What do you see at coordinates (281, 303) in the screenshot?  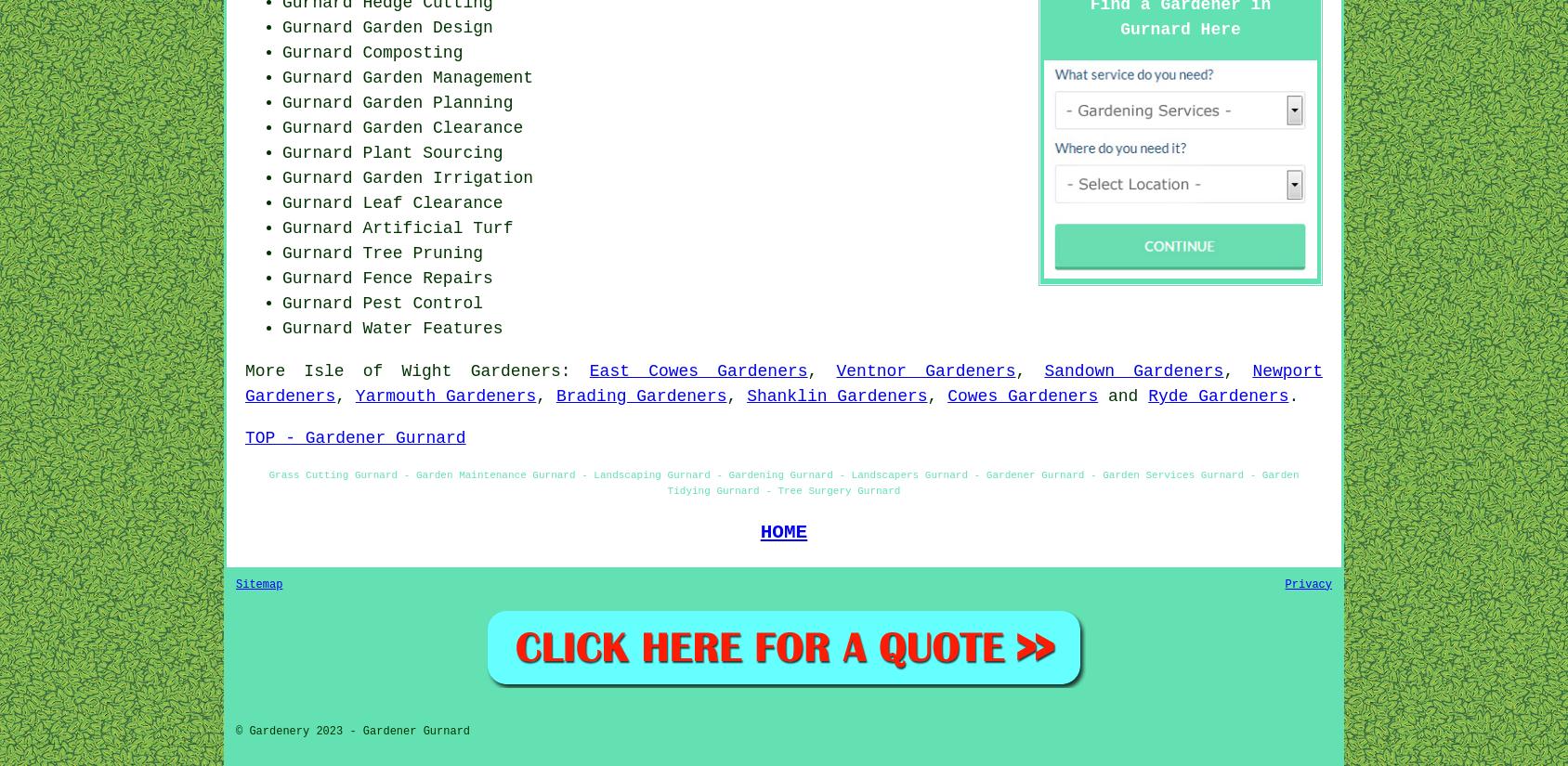 I see `'Gurnard'` at bounding box center [281, 303].